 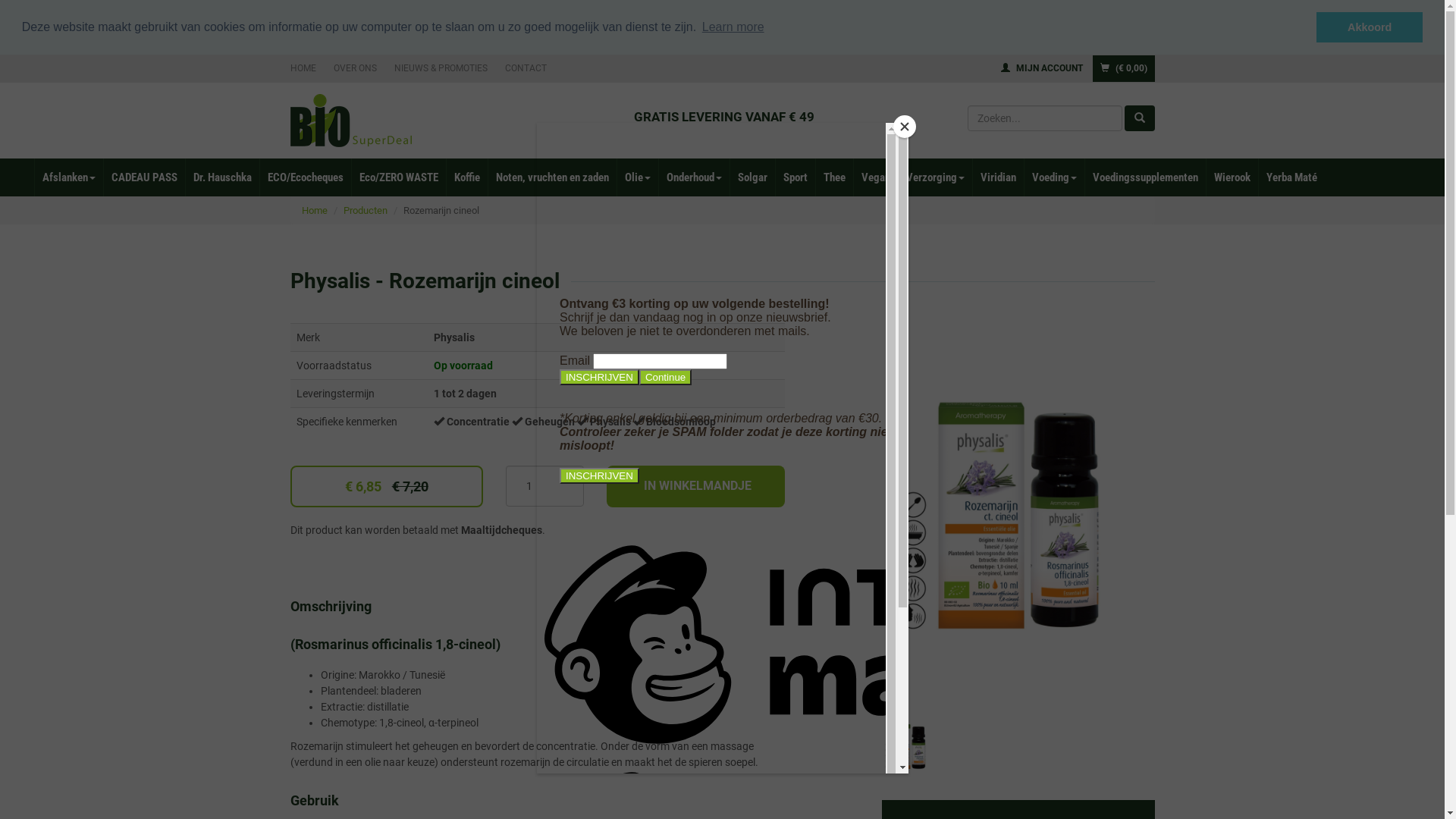 I want to click on 'Voedingssupplementen', so click(x=1145, y=175).